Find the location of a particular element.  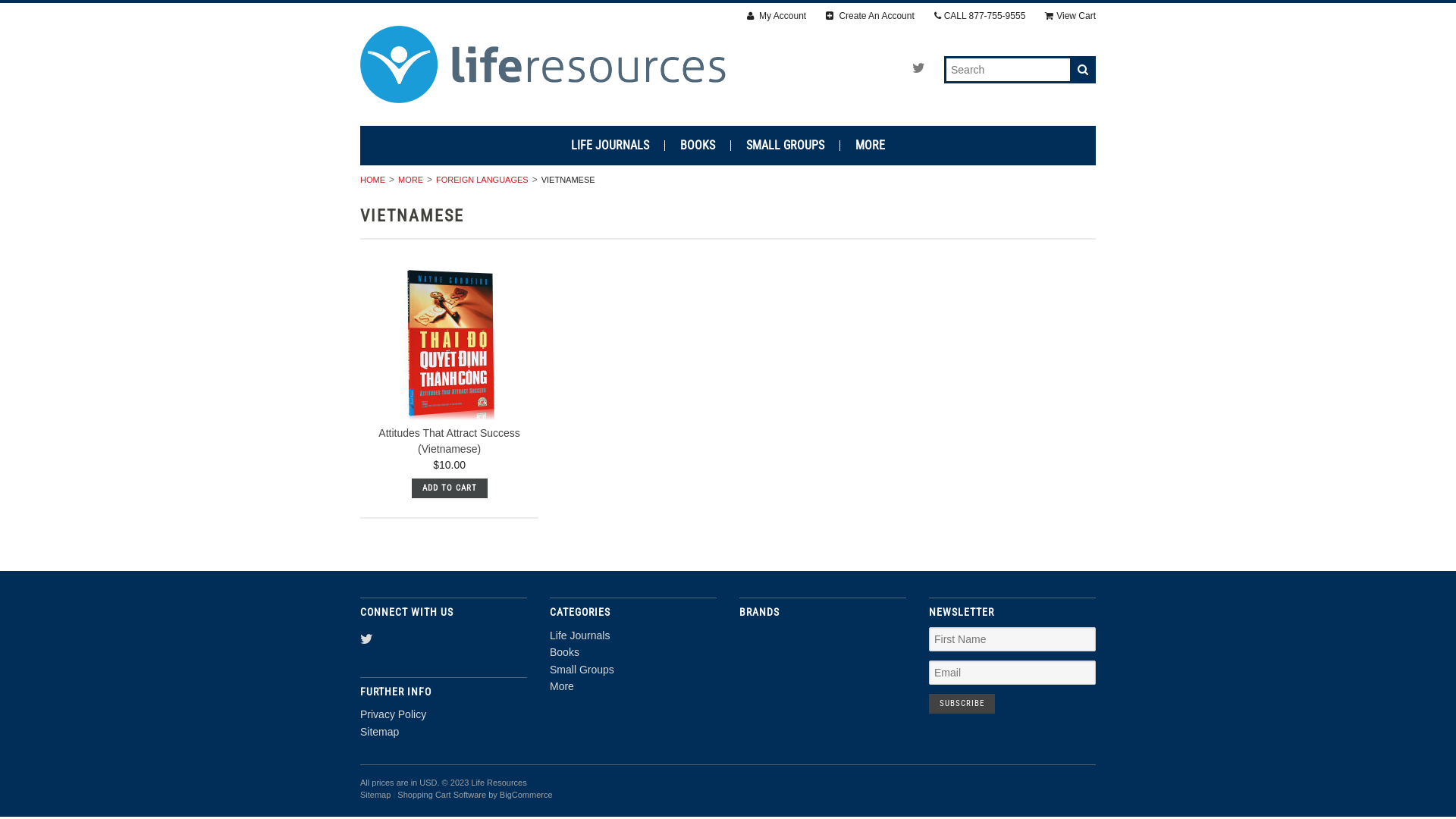

'Attitudes That Attract Success (Vietnamese)' is located at coordinates (448, 441).